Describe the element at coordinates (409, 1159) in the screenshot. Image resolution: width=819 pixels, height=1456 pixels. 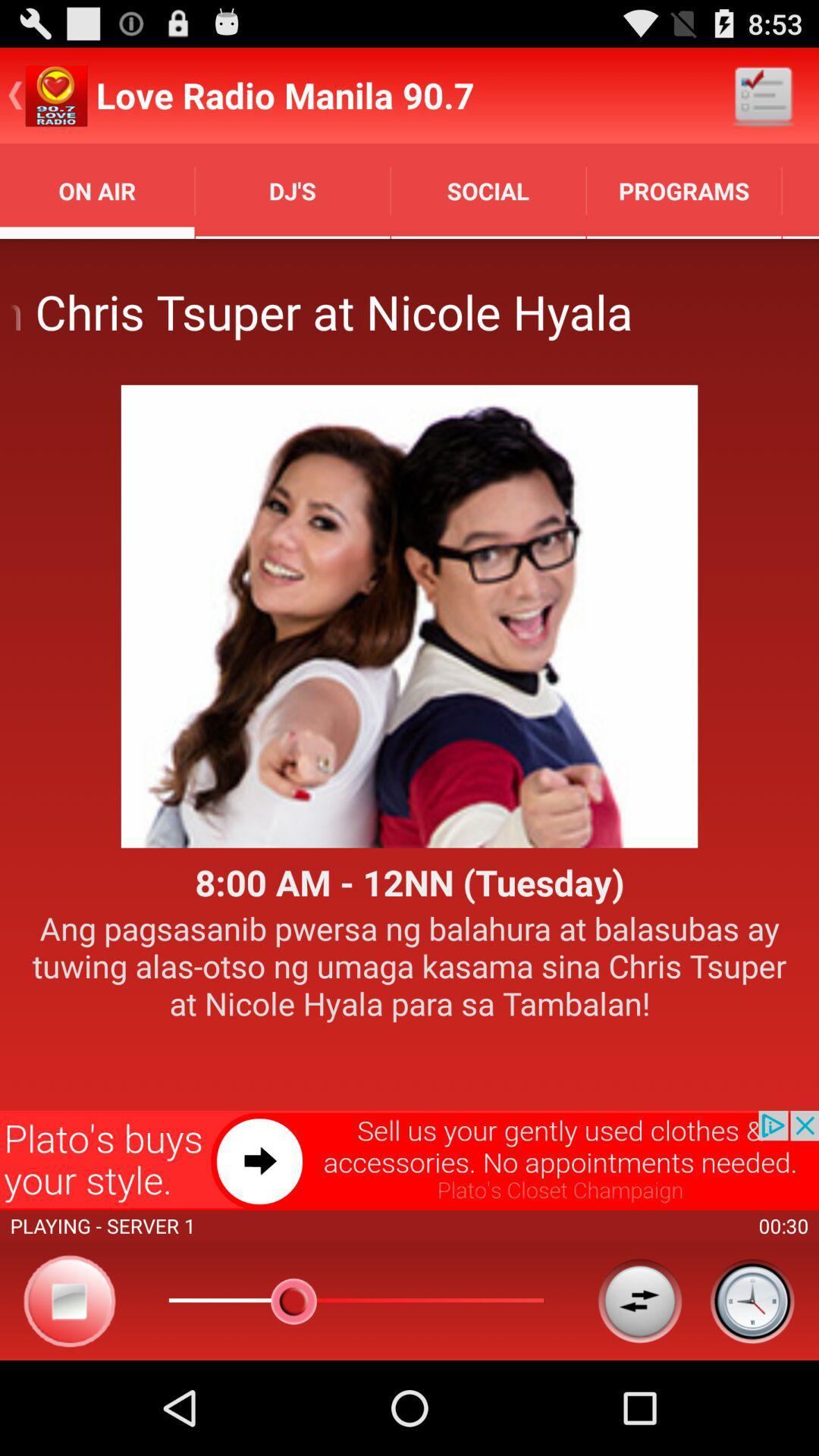
I see `advertisement option` at that location.